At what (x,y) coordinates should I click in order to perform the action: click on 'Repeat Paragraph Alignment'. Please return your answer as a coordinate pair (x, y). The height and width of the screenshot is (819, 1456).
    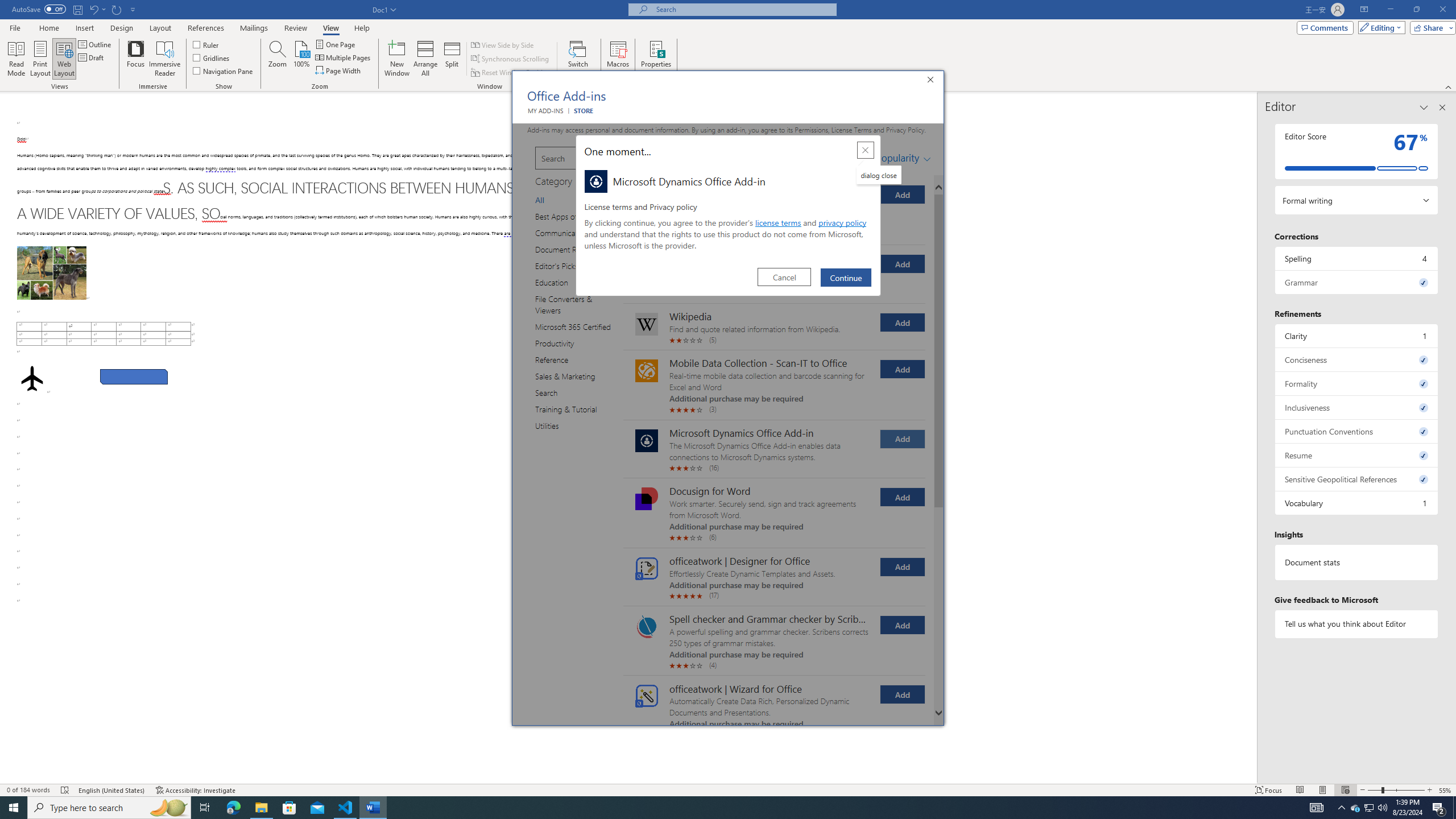
    Looking at the image, I should click on (117, 9).